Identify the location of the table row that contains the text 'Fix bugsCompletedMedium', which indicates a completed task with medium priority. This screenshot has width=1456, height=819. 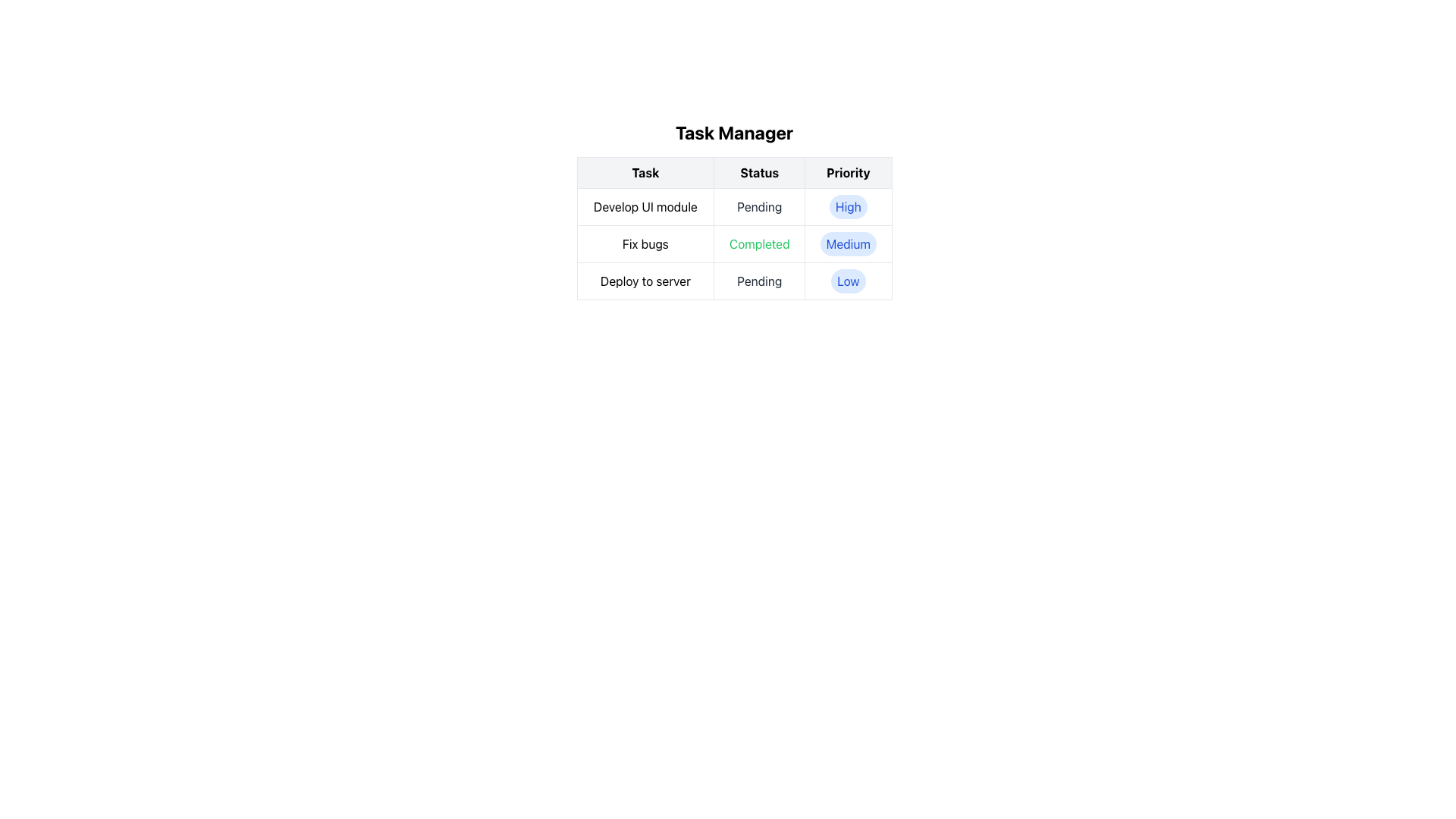
(734, 243).